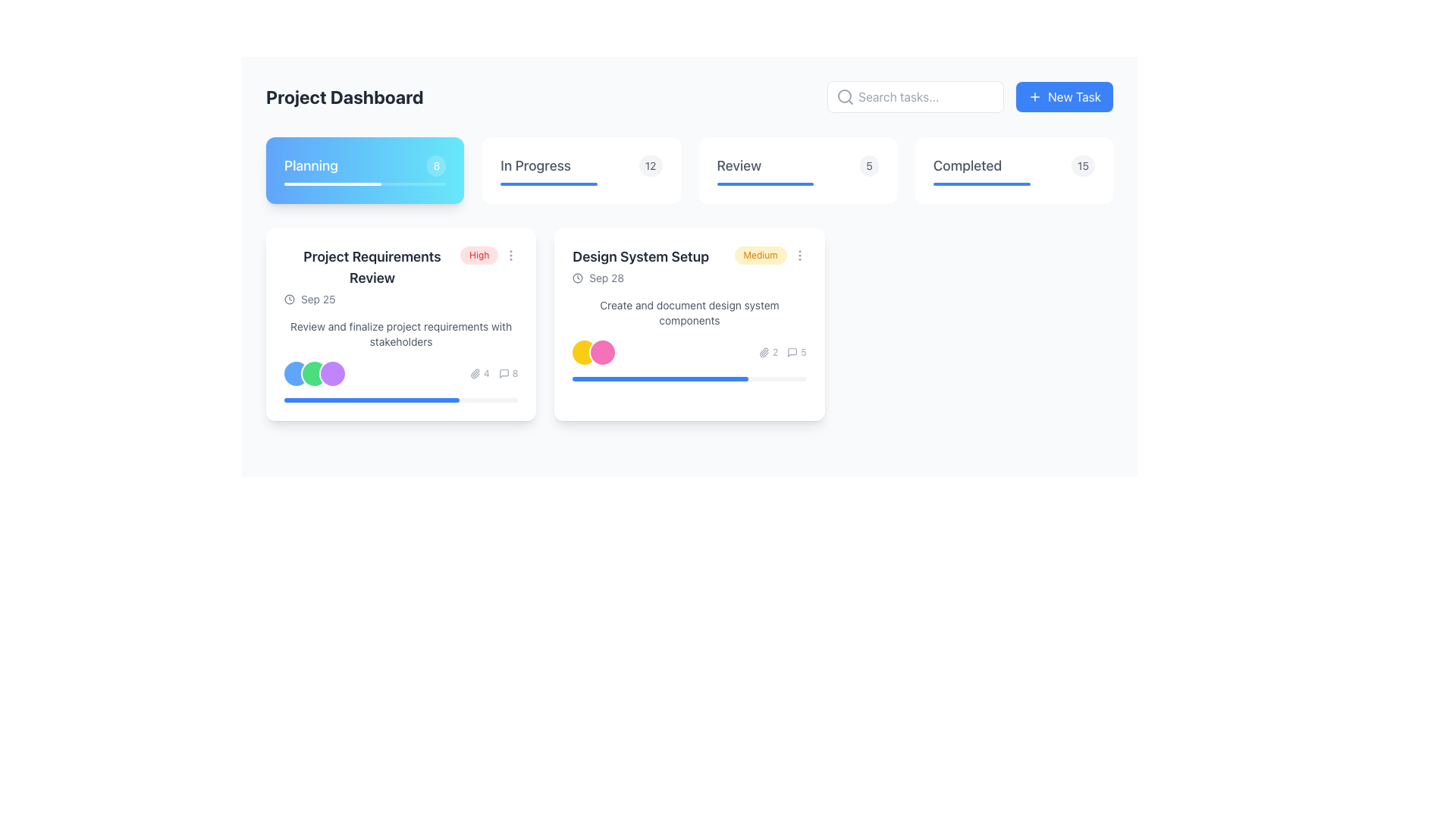  I want to click on displayed text 'Sep 25' which is styled in a small font and gray color, located in the top-left area of the first task card titled 'Project Requirements Review', so click(317, 299).